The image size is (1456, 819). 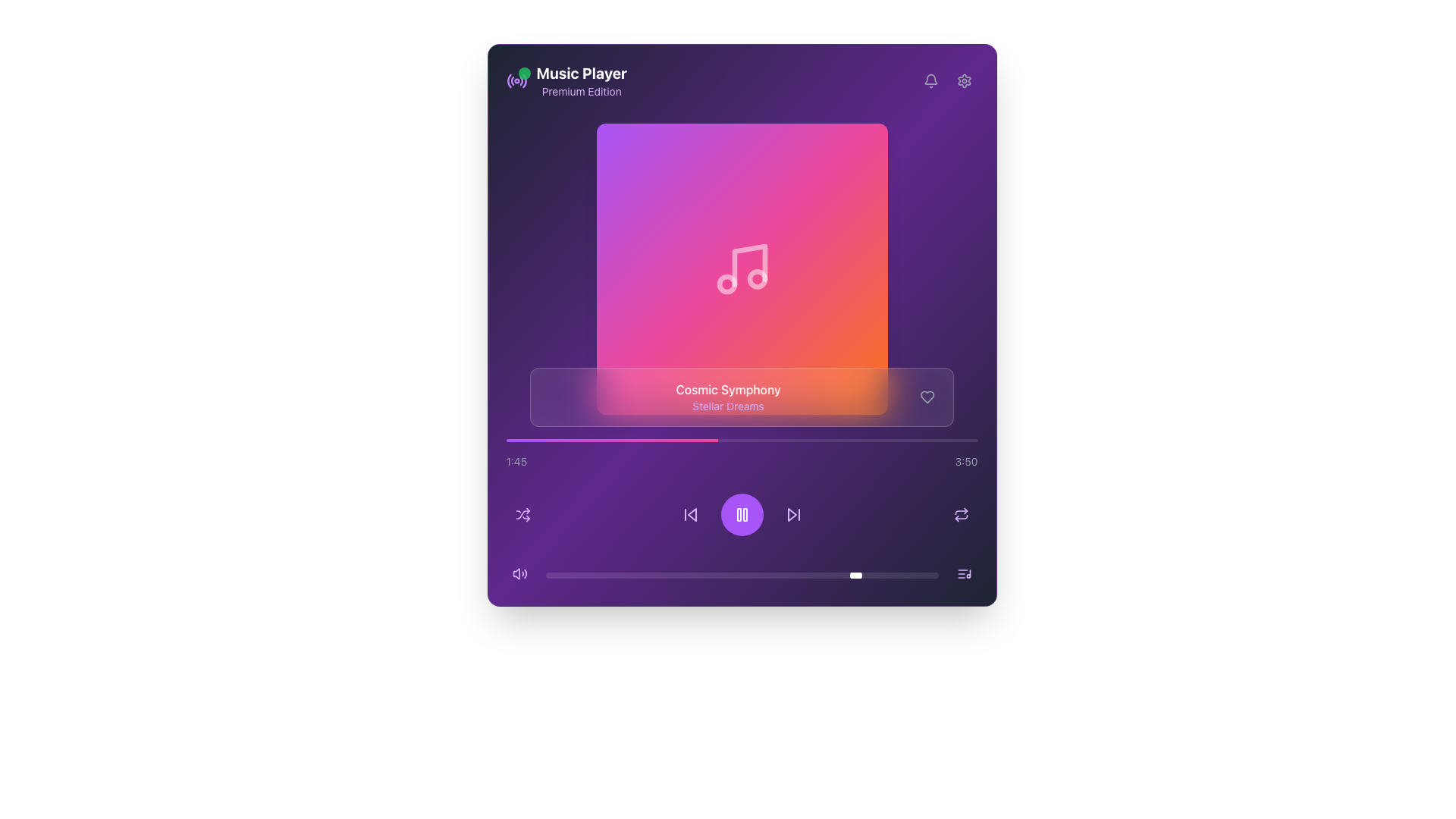 What do you see at coordinates (522, 513) in the screenshot?
I see `the shuffle action button, which is a purple icon with two crossing arrows located in the bottom-left region of the interface` at bounding box center [522, 513].